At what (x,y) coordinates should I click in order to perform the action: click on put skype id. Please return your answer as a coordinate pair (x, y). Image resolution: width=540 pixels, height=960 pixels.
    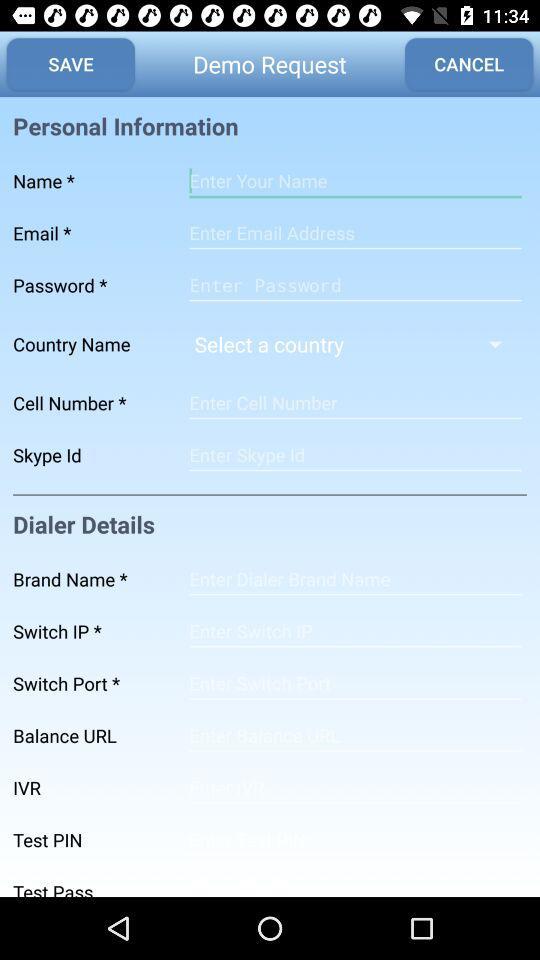
    Looking at the image, I should click on (354, 455).